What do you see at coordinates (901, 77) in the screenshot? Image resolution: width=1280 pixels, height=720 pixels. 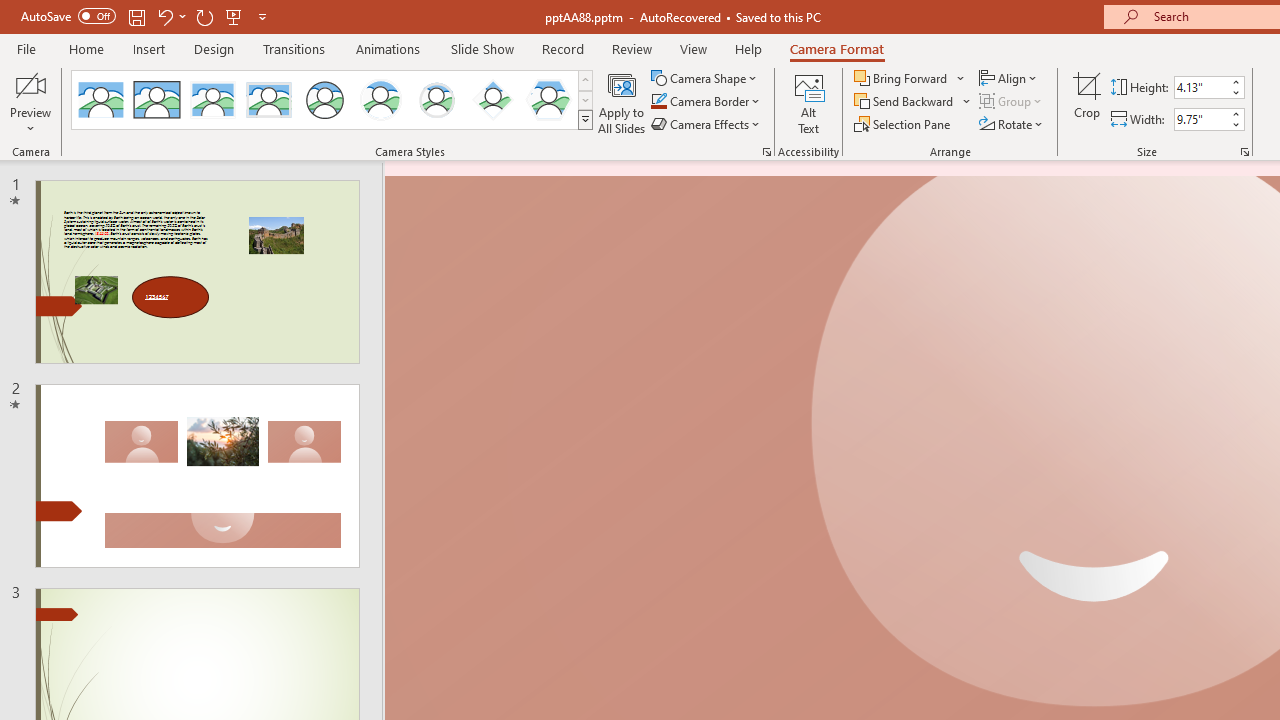 I see `'Bring Forward'` at bounding box center [901, 77].